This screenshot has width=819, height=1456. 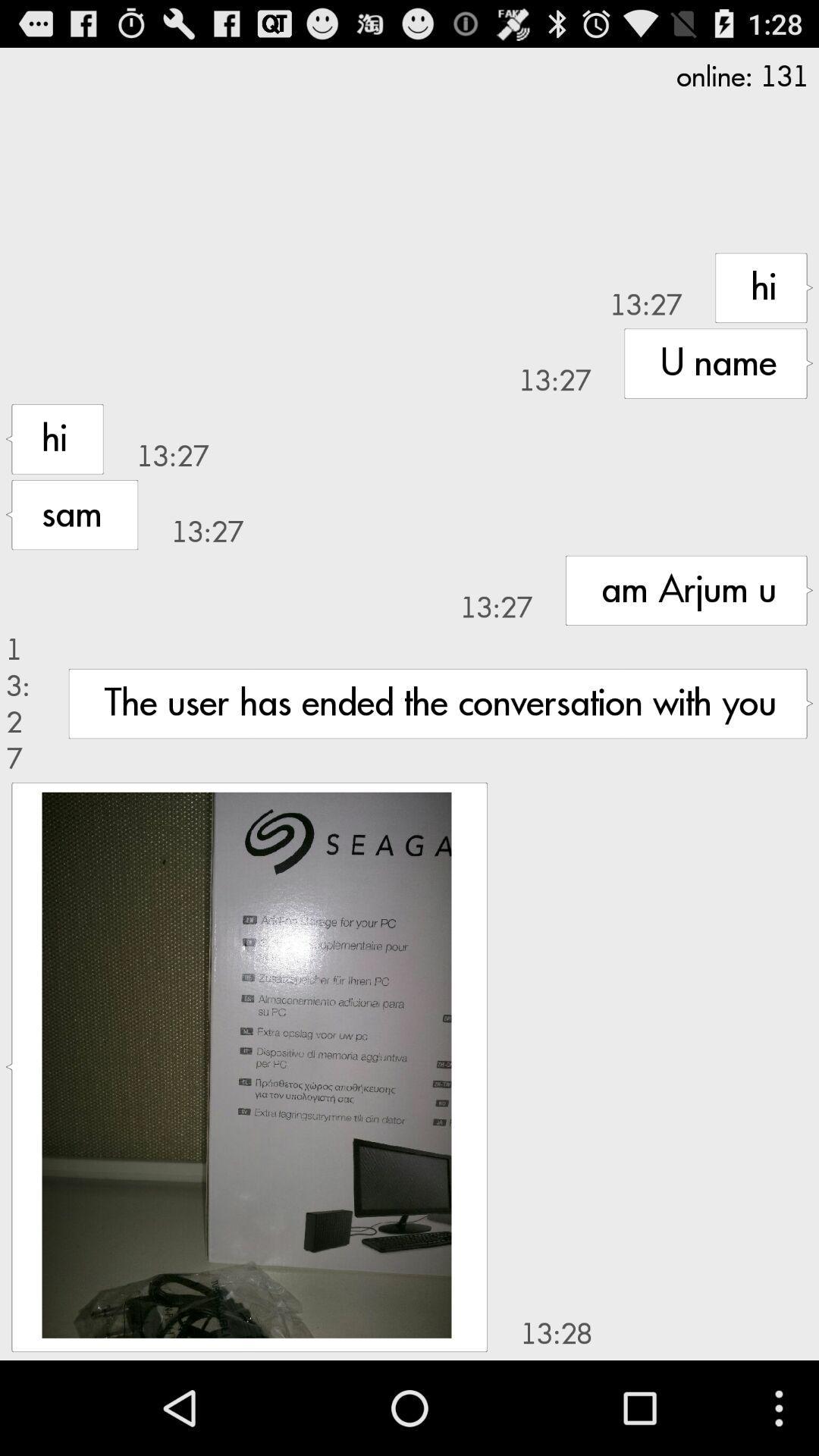 What do you see at coordinates (246, 1064) in the screenshot?
I see `the app to the left of the 13:28 item` at bounding box center [246, 1064].